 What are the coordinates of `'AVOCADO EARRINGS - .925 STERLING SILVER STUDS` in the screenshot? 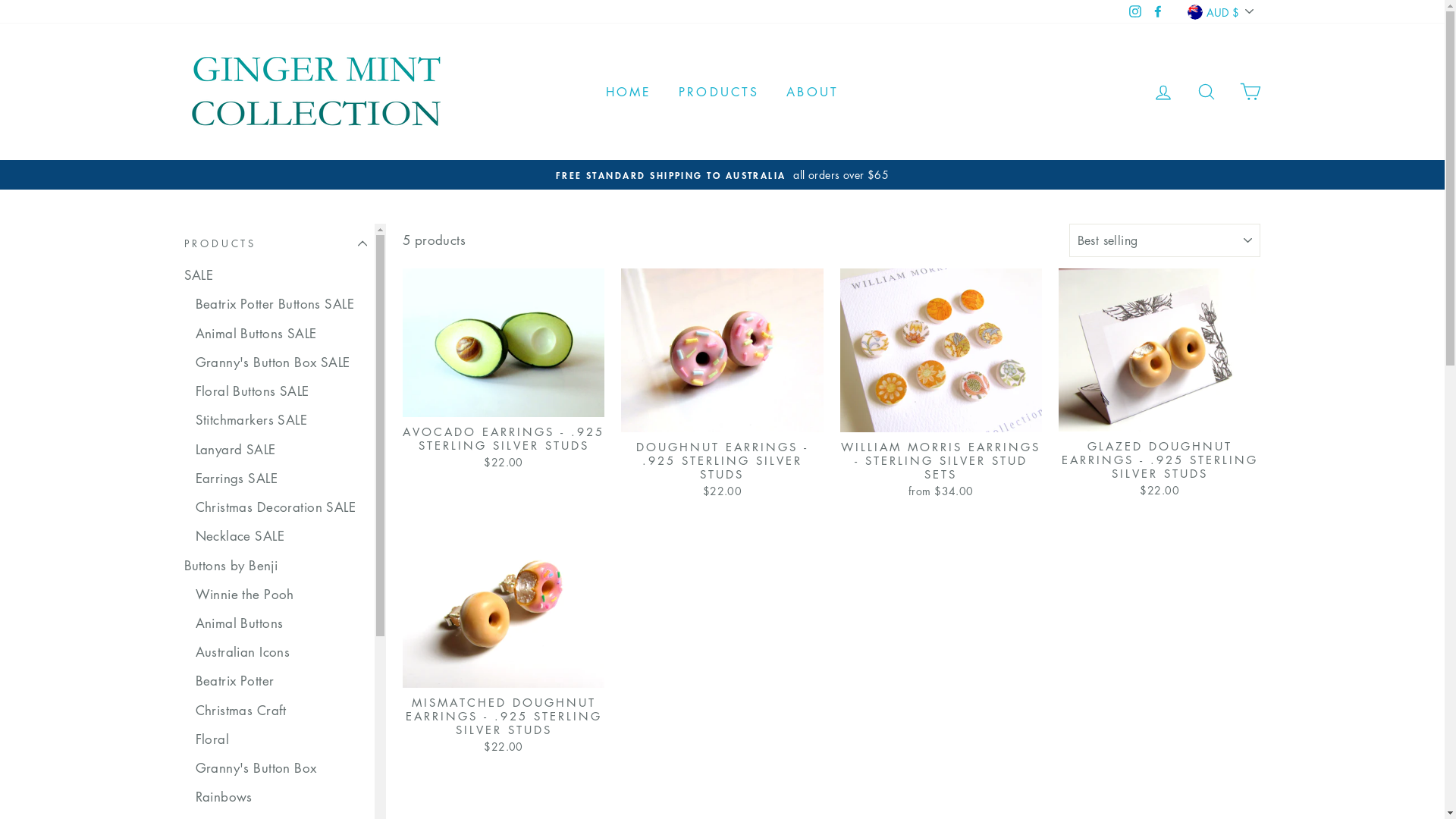 It's located at (503, 371).